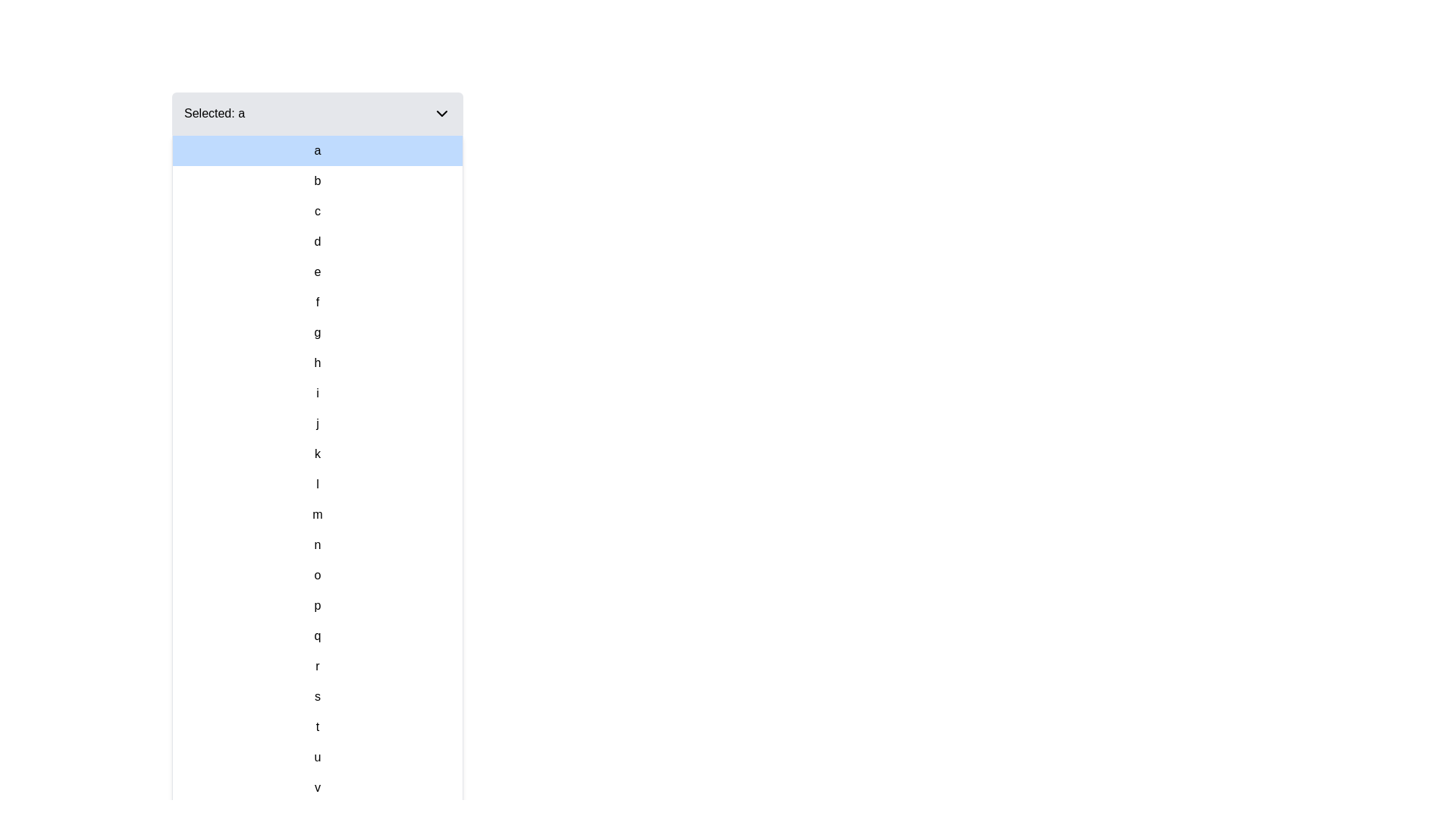 Image resolution: width=1456 pixels, height=819 pixels. What do you see at coordinates (214, 113) in the screenshot?
I see `the static text label displaying 'Selected: a', which is styled in black on a light gray background and located in the top-left region of the dropdown interface` at bounding box center [214, 113].